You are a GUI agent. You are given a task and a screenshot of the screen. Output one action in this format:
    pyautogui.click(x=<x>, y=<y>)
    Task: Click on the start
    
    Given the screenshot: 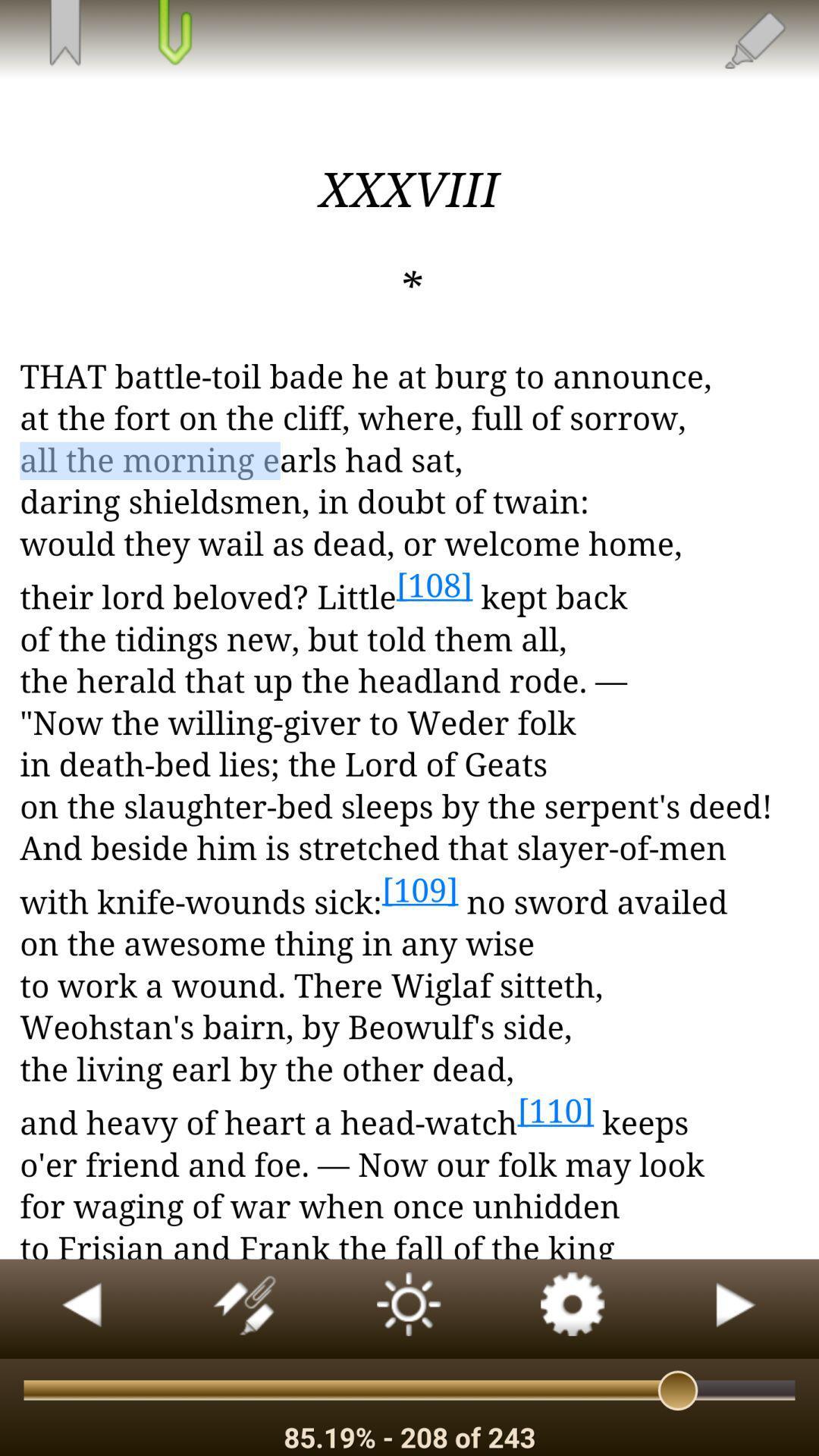 What is the action you would take?
    pyautogui.click(x=736, y=1308)
    